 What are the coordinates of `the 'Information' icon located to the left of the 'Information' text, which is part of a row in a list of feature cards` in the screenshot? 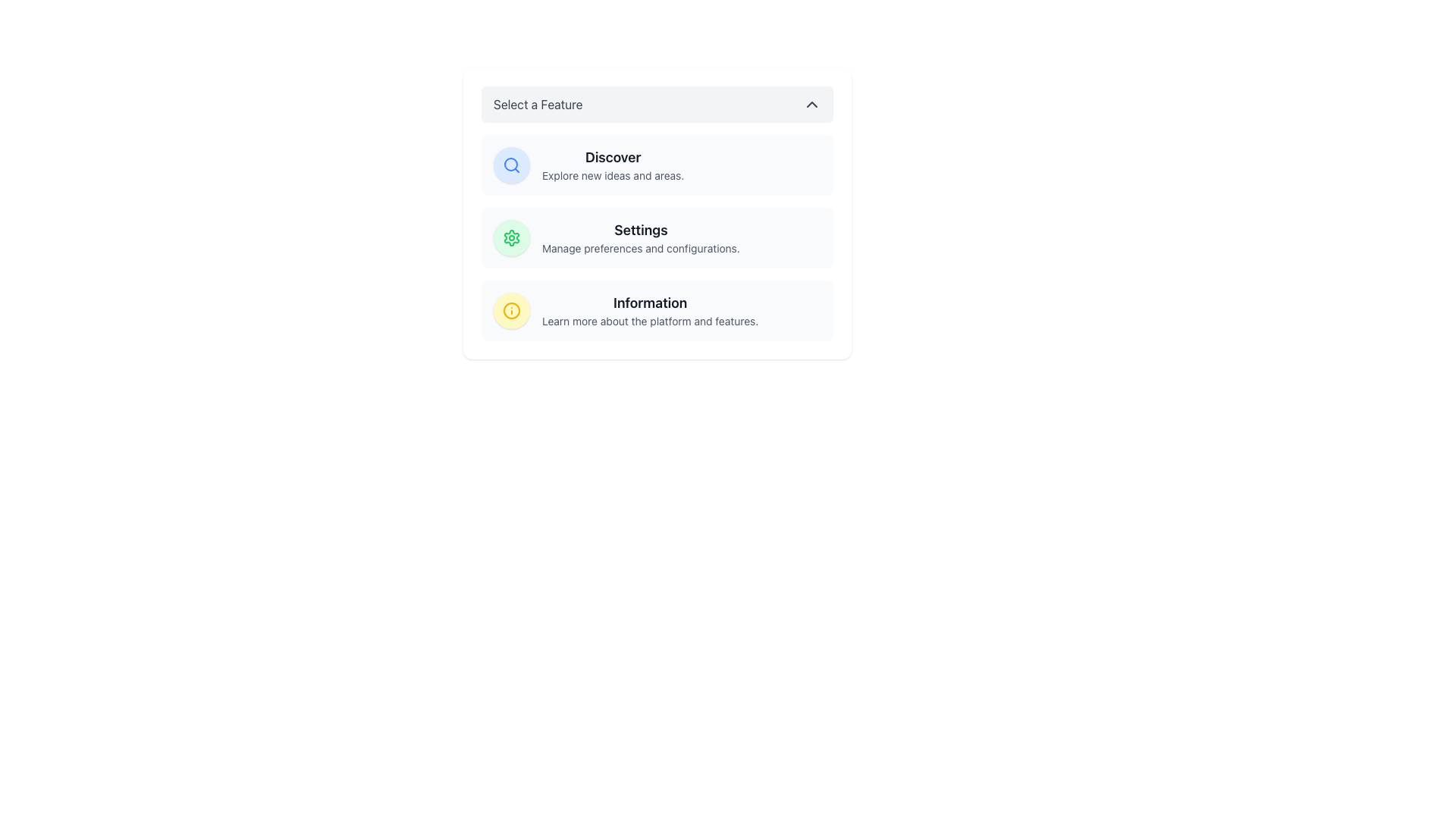 It's located at (512, 309).